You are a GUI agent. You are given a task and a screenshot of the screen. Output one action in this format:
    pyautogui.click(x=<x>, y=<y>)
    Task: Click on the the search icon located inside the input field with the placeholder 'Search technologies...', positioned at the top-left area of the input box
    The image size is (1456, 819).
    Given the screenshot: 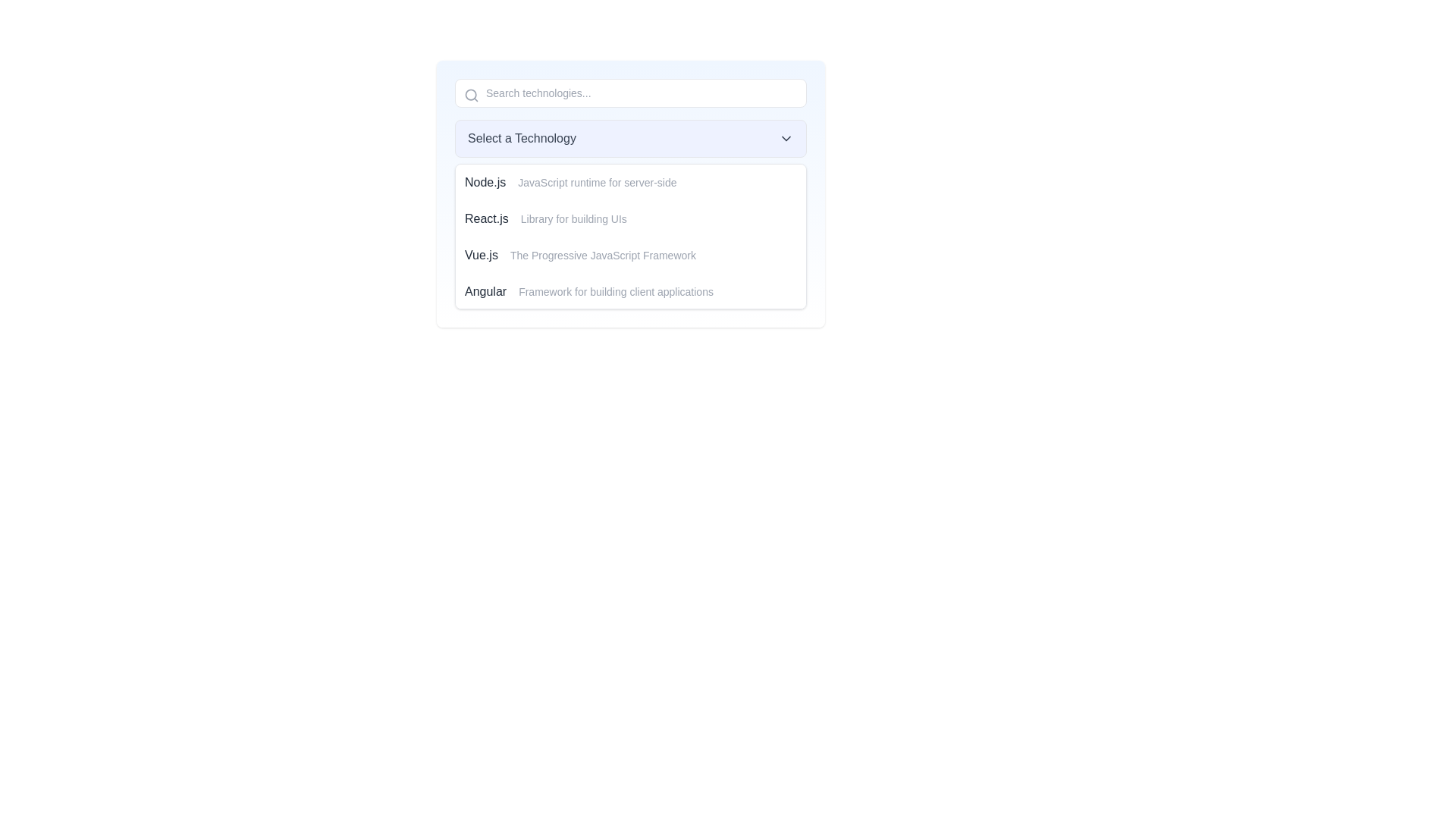 What is the action you would take?
    pyautogui.click(x=471, y=96)
    